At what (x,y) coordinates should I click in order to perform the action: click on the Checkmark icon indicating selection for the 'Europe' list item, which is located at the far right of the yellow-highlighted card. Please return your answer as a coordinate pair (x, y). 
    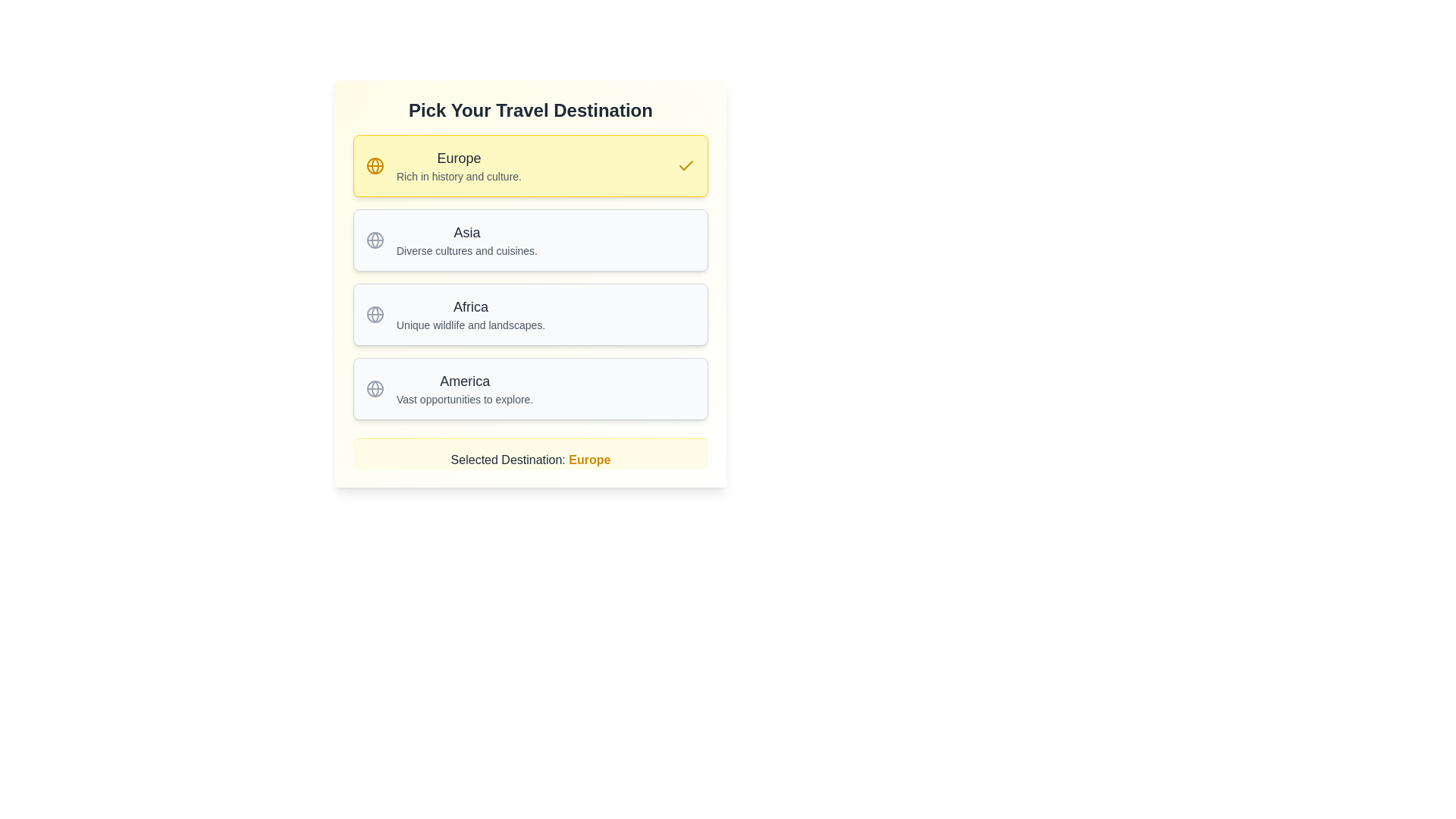
    Looking at the image, I should click on (686, 166).